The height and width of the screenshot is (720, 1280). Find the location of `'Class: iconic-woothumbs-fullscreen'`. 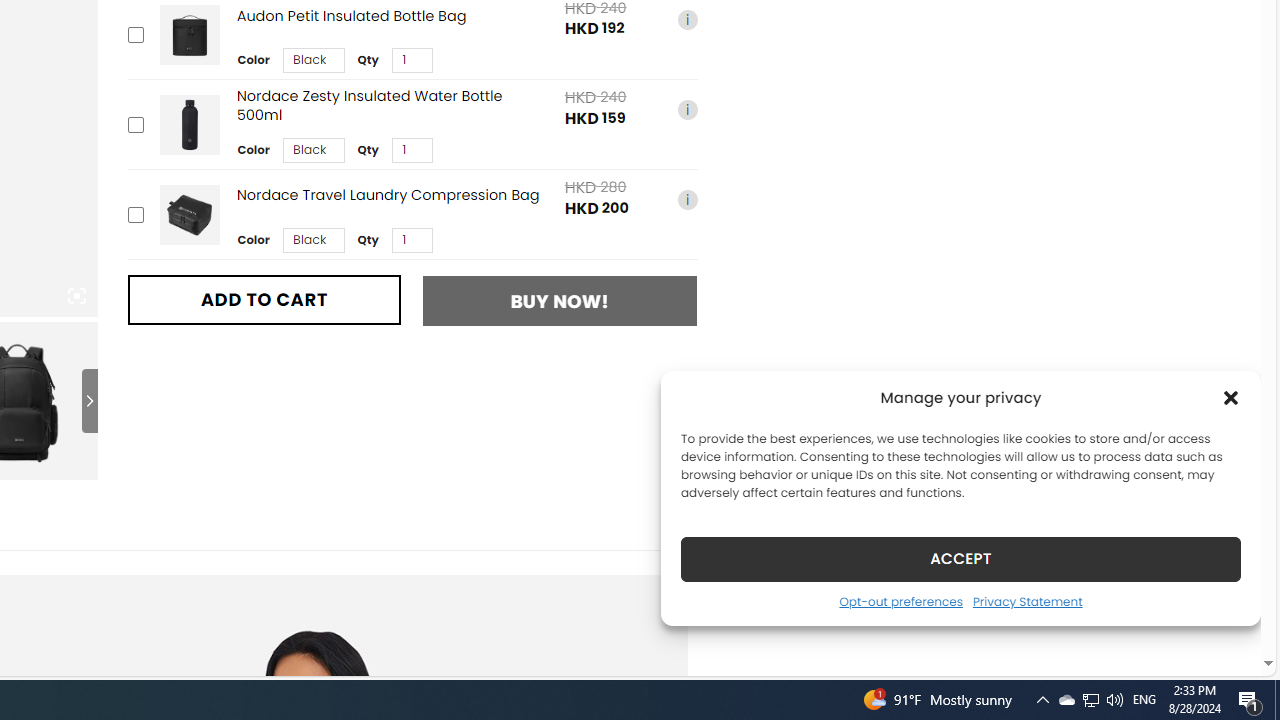

'Class: iconic-woothumbs-fullscreen' is located at coordinates (76, 296).